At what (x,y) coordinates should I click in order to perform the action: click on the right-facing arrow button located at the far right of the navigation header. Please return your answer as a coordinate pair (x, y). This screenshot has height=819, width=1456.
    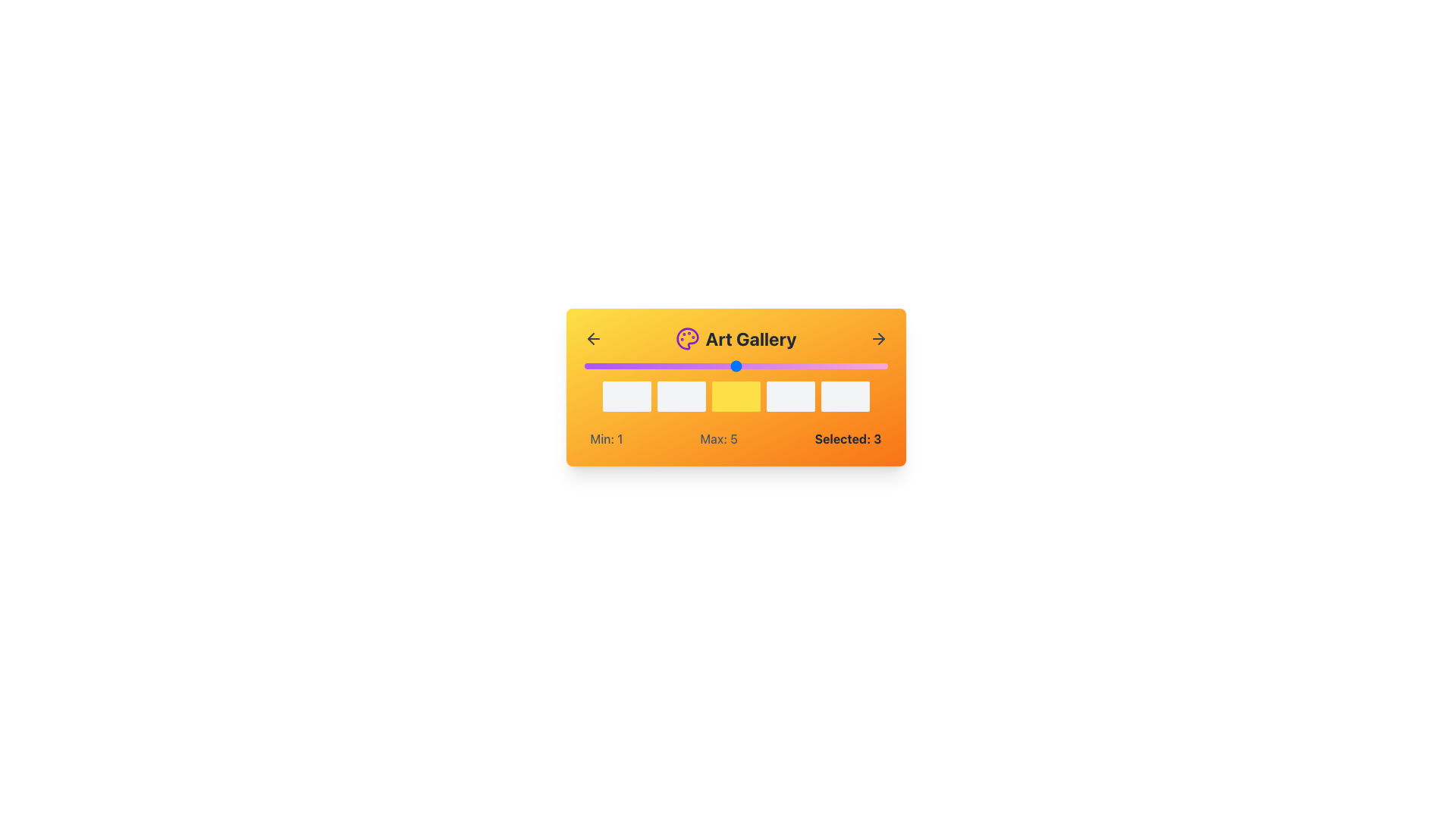
    Looking at the image, I should click on (878, 338).